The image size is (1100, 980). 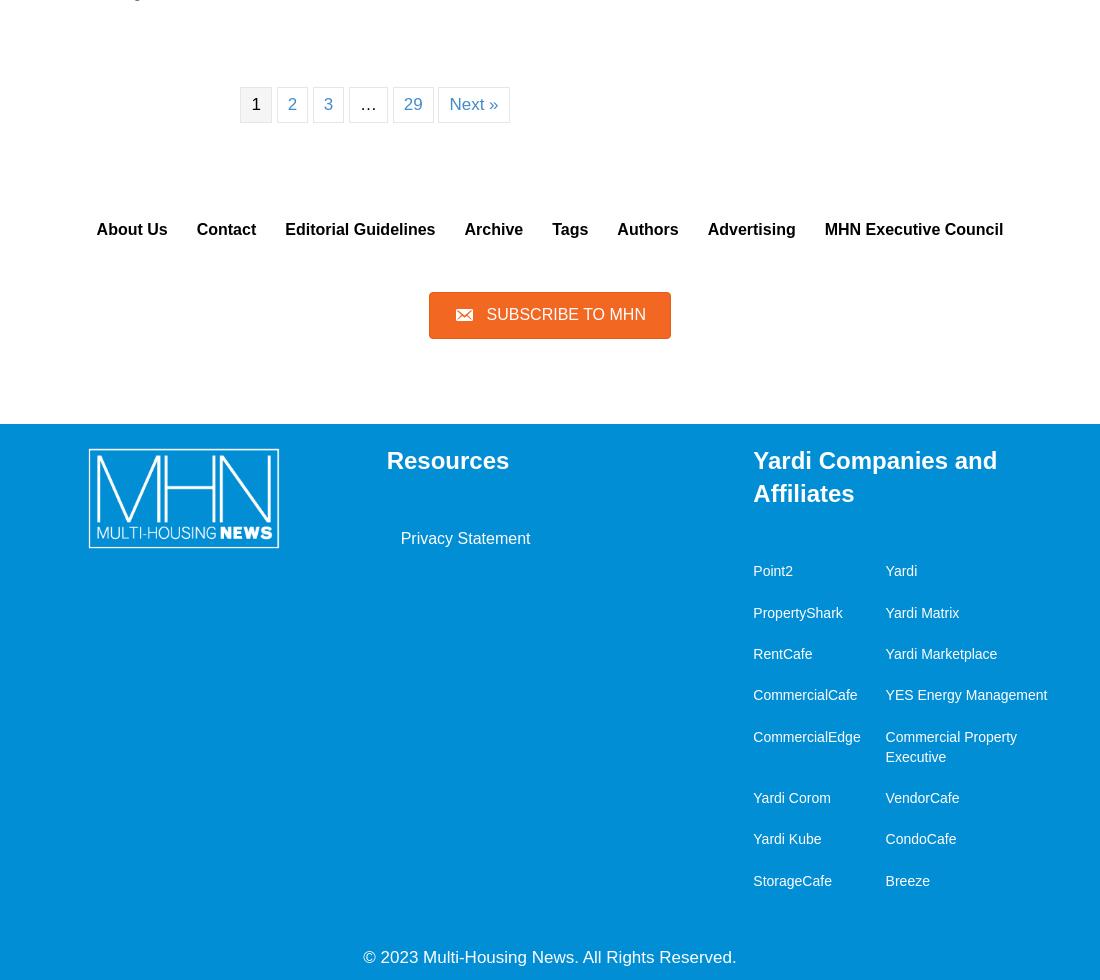 What do you see at coordinates (564, 314) in the screenshot?
I see `'Subscribe to MHN'` at bounding box center [564, 314].